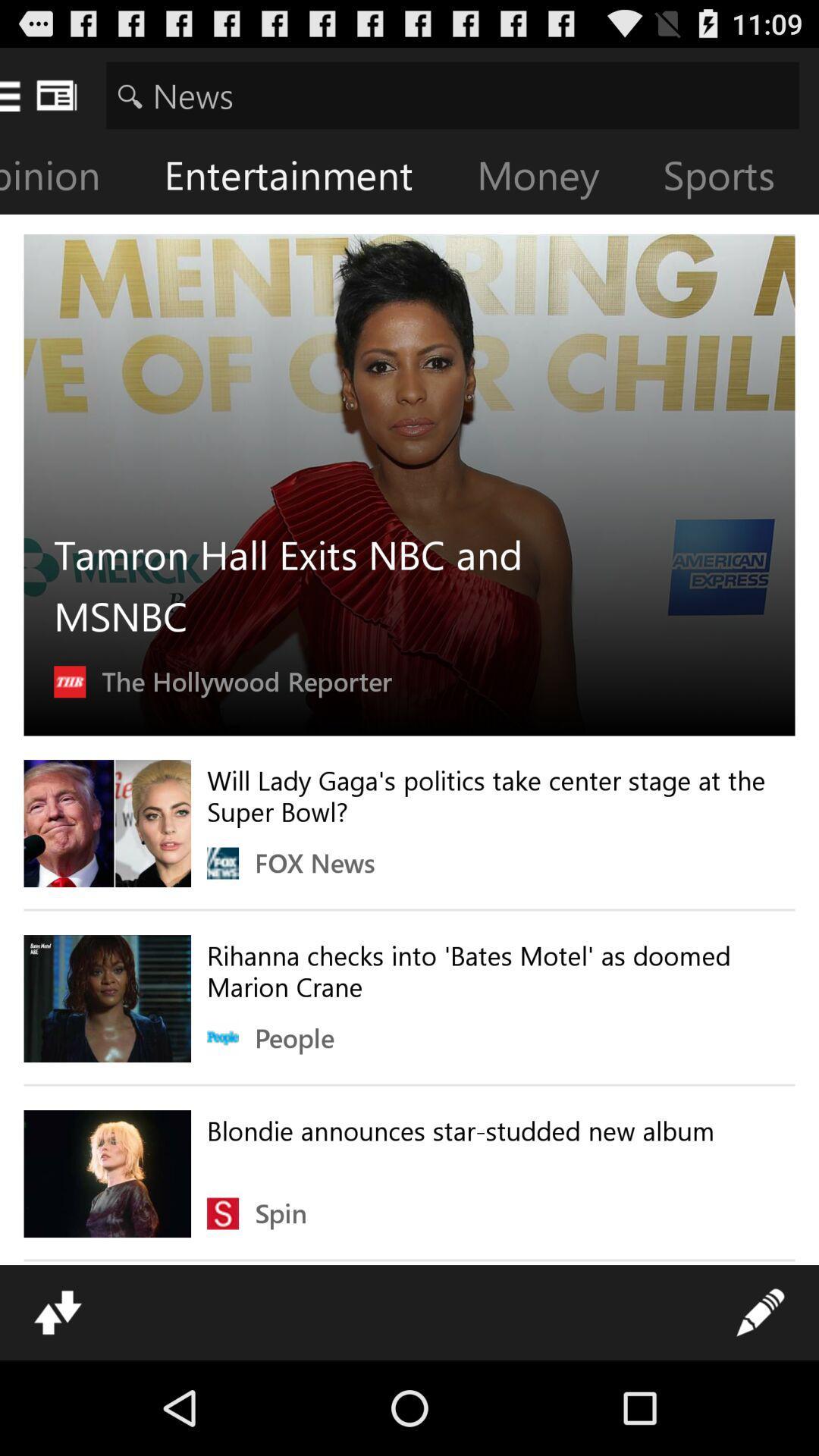  I want to click on icon next to the sports item, so click(550, 178).